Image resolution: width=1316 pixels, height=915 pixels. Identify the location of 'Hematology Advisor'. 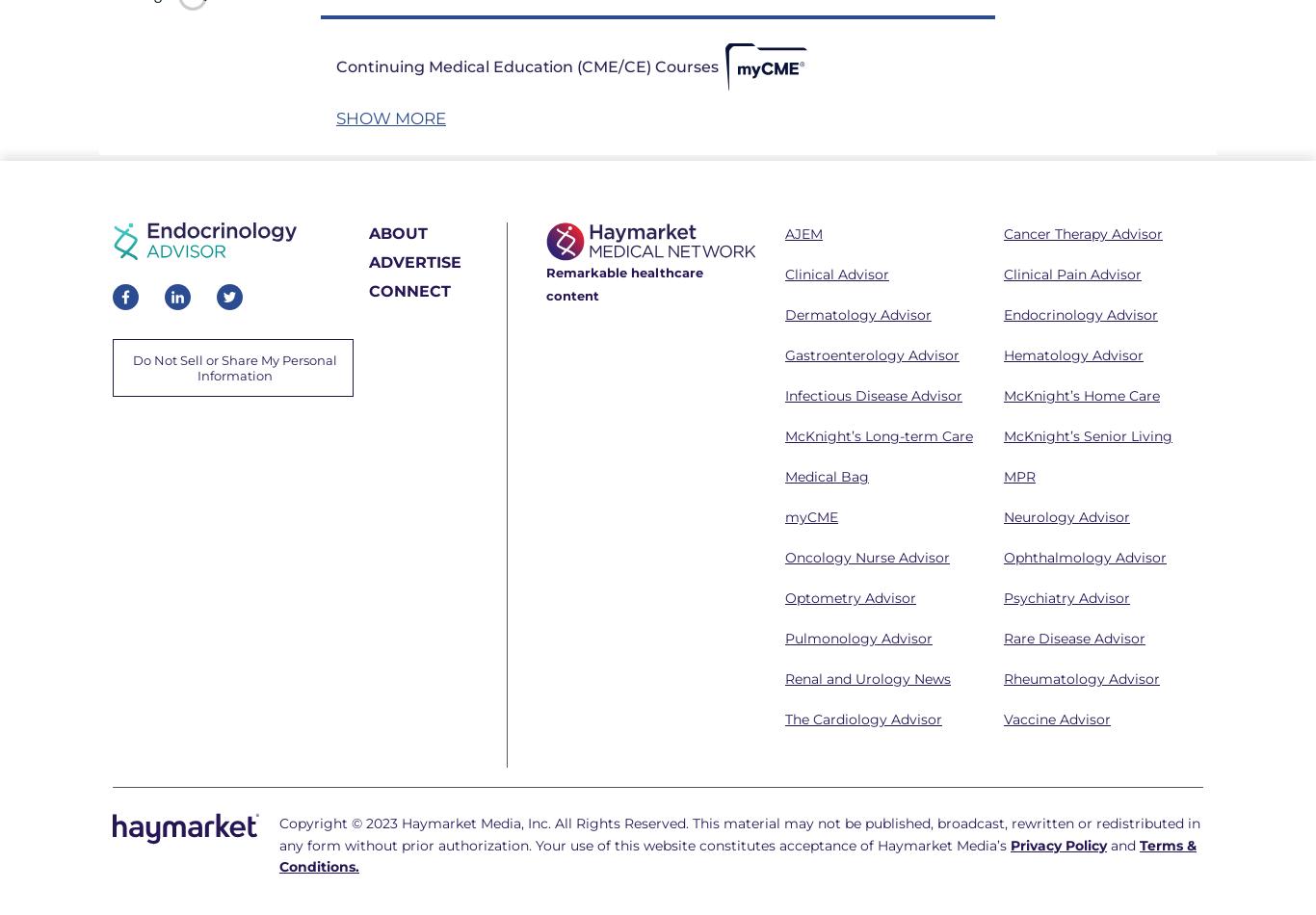
(1072, 353).